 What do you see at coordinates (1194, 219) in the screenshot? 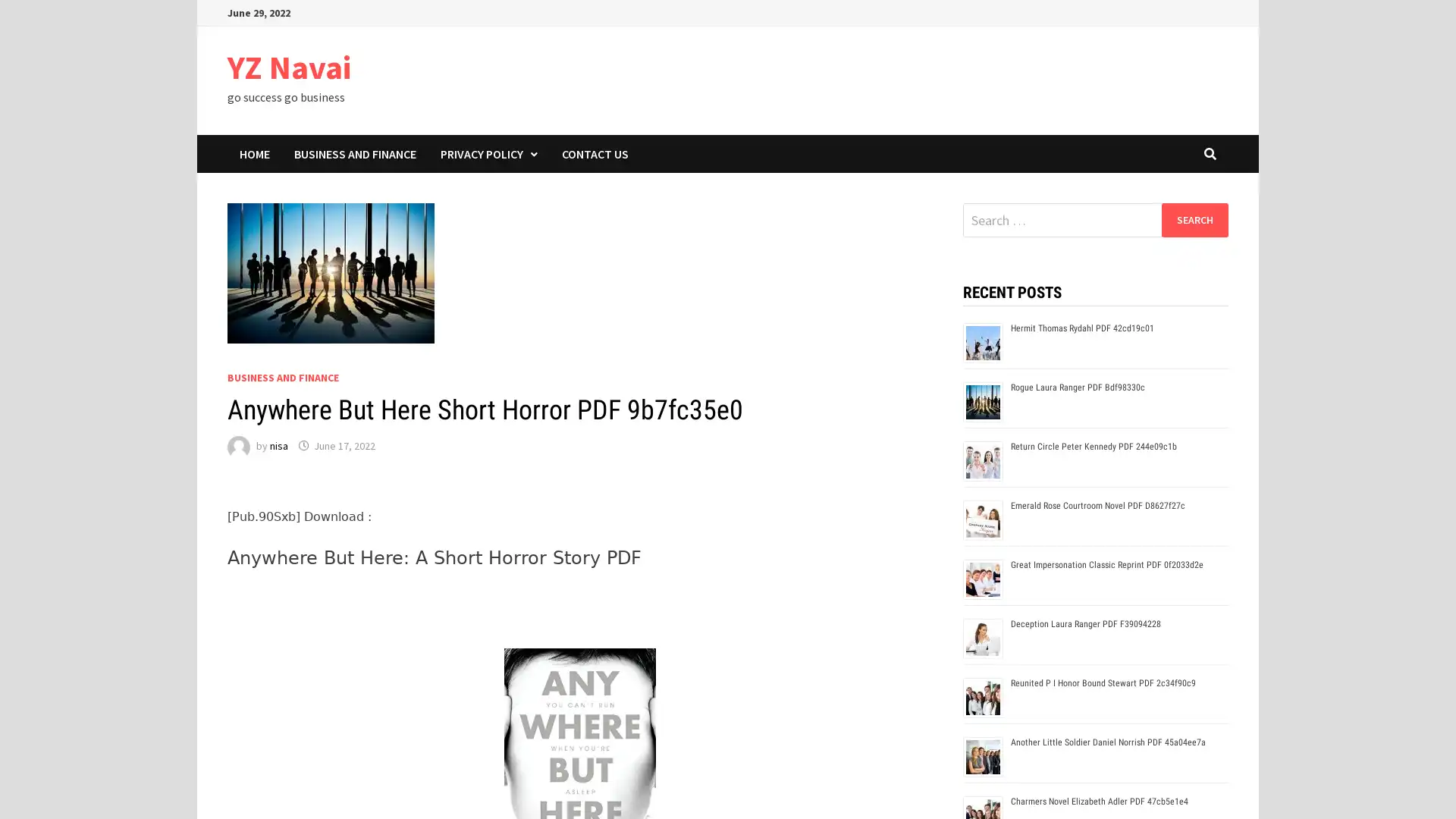
I see `Search` at bounding box center [1194, 219].